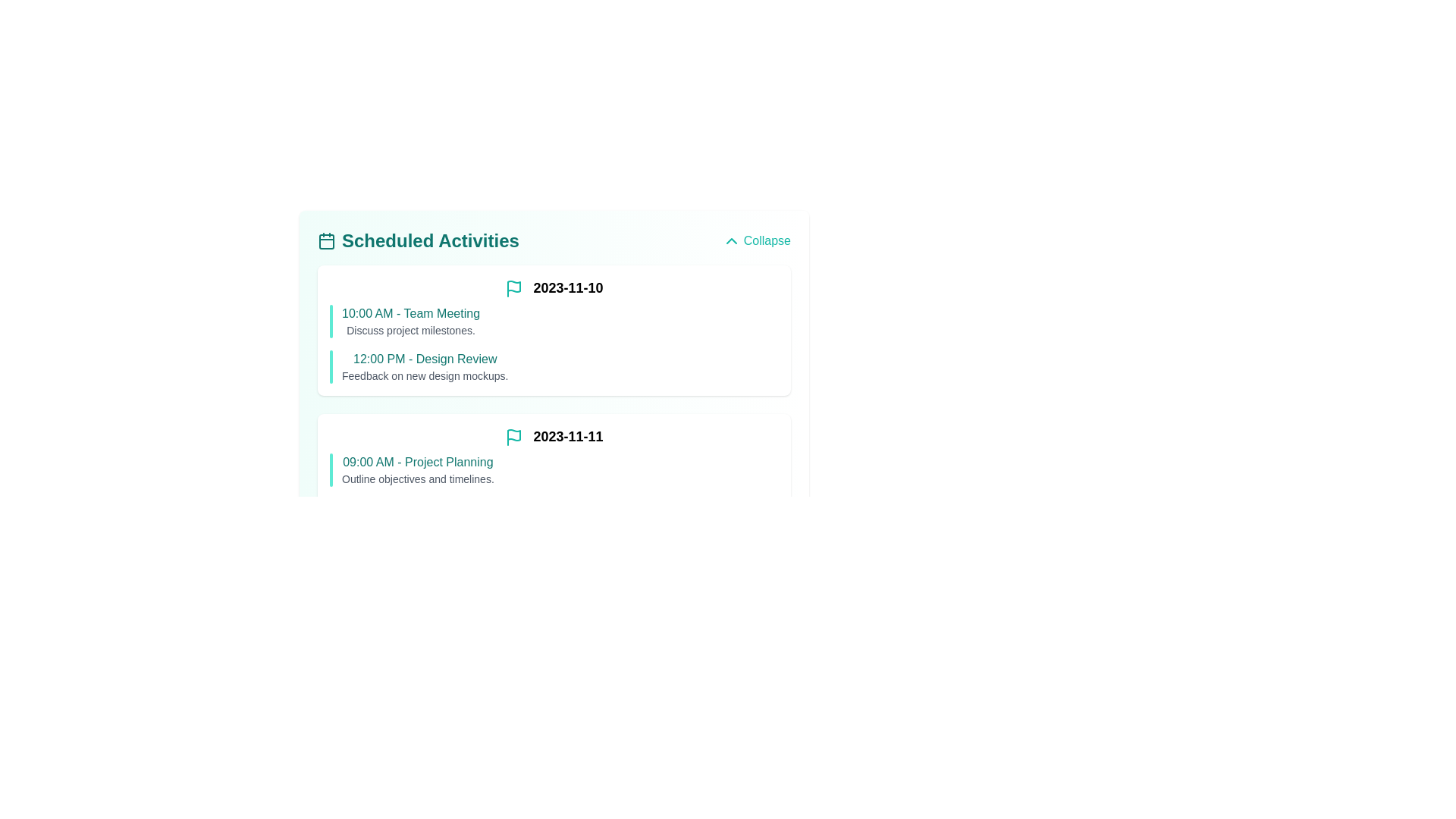 Image resolution: width=1456 pixels, height=819 pixels. What do you see at coordinates (425, 375) in the screenshot?
I see `the text label displaying 'Feedback on new design mockups.' located below the '12:00 PM - Design Review' description in the scheduled activity card for '2023-11-10'` at bounding box center [425, 375].